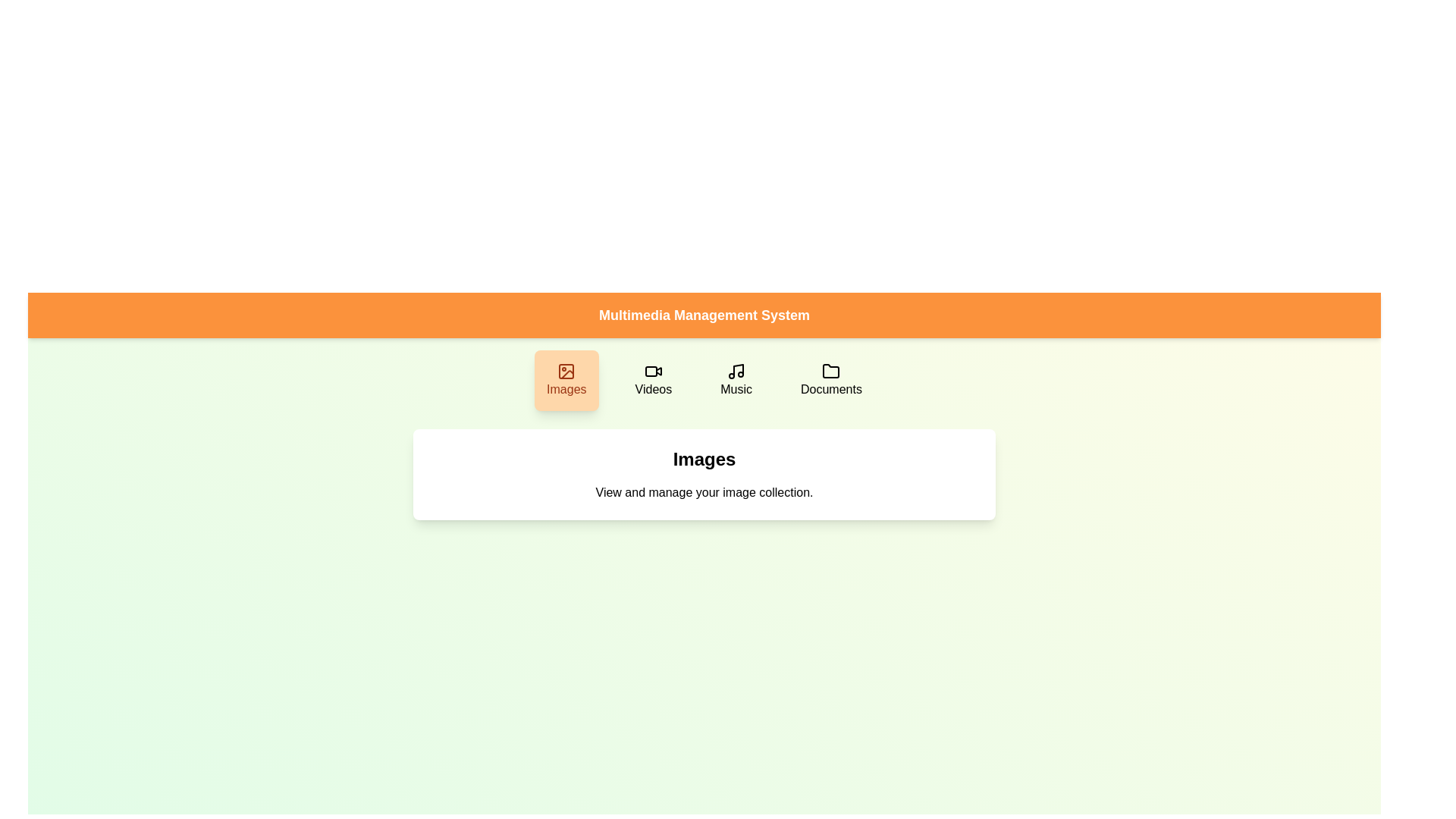 The width and height of the screenshot is (1456, 819). Describe the element at coordinates (653, 379) in the screenshot. I see `the Videos button to switch the active category` at that location.